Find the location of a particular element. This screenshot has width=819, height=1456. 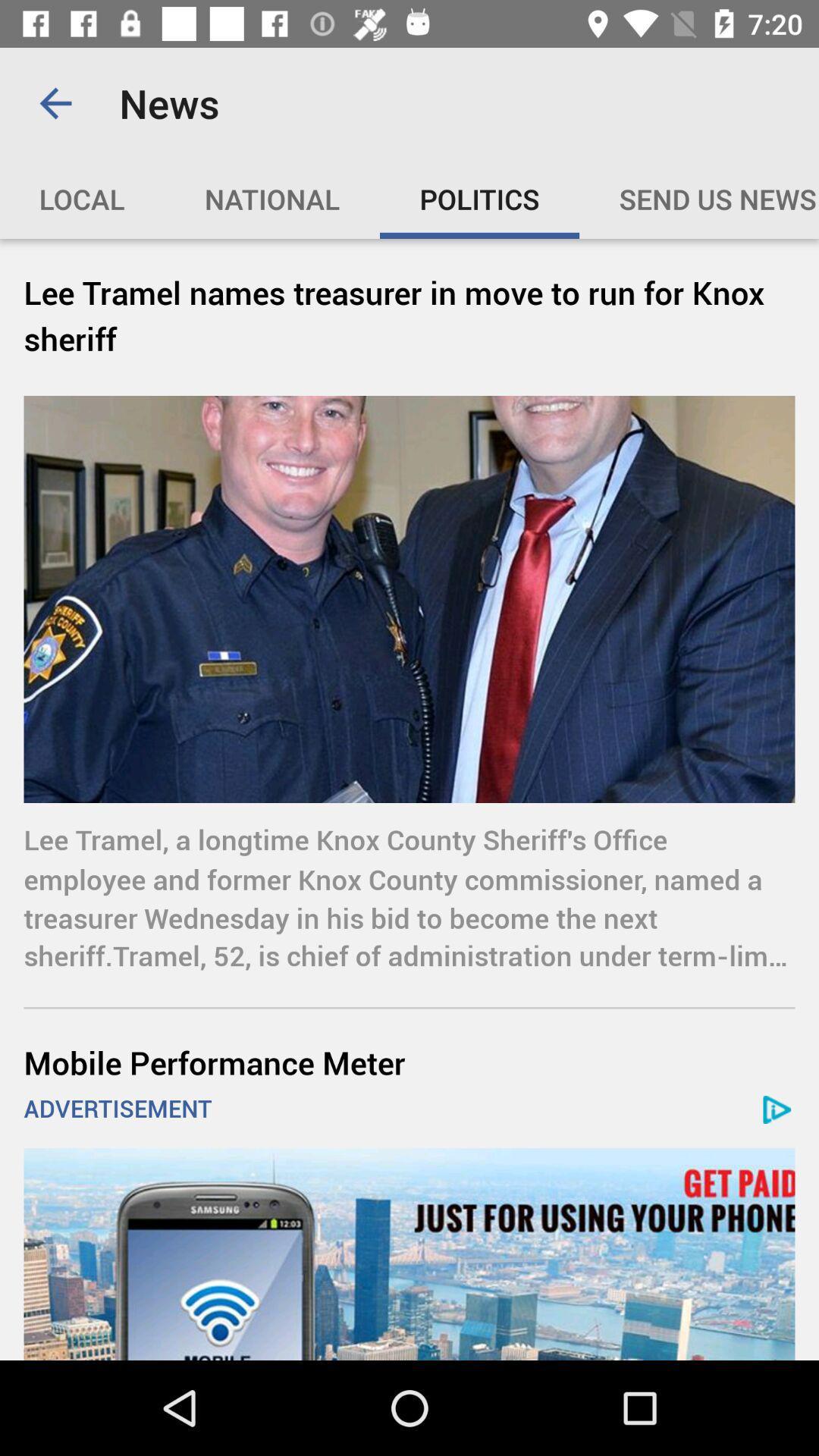

app next to the news app is located at coordinates (55, 102).